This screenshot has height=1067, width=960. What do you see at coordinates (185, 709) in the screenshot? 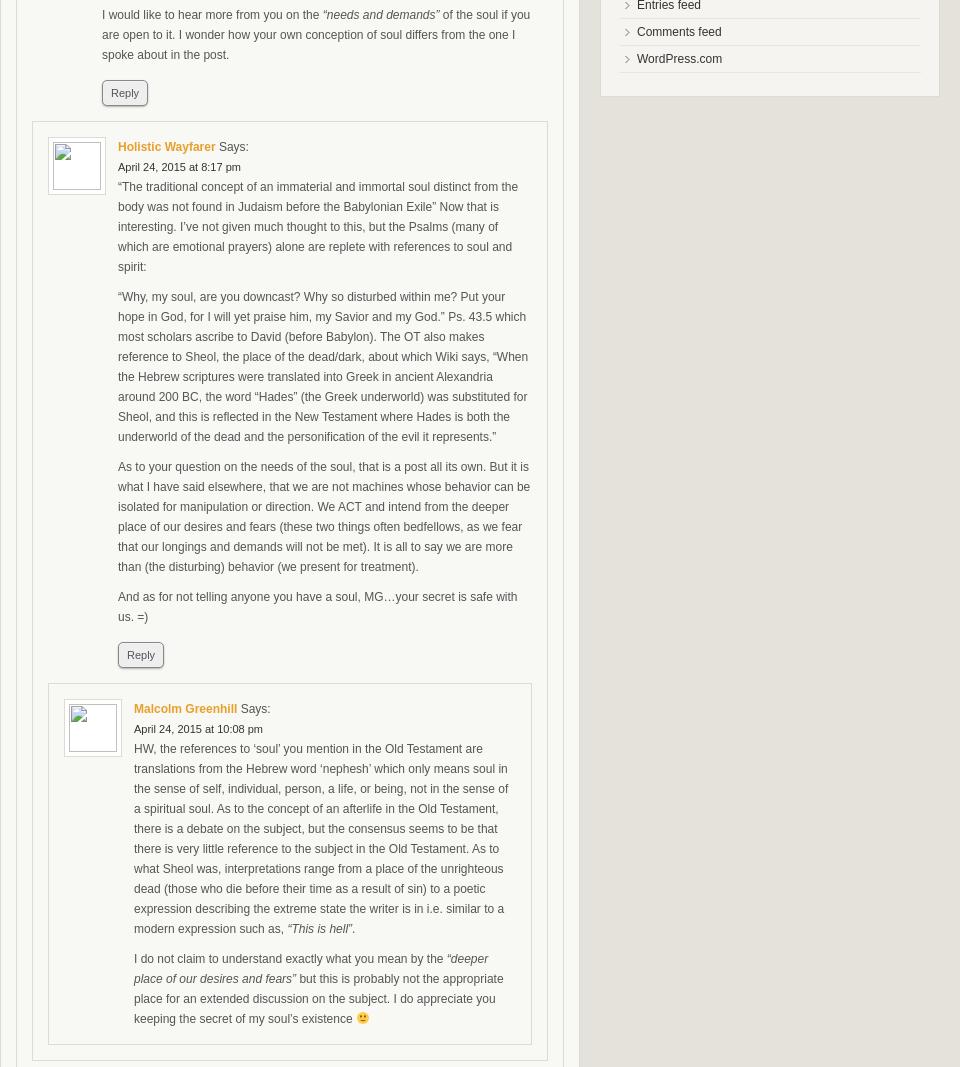
I see `'Malcolm Greenhill'` at bounding box center [185, 709].